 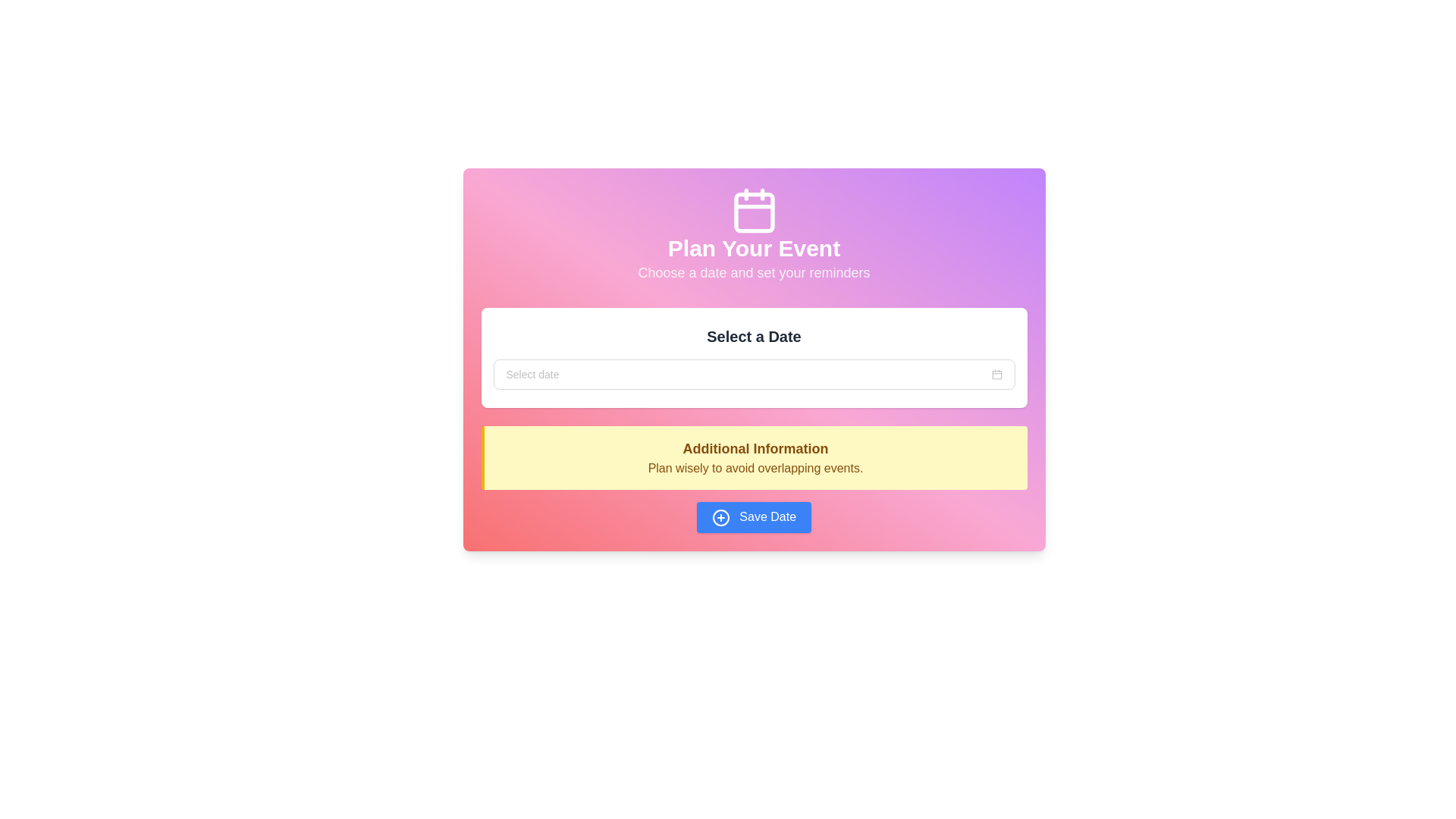 What do you see at coordinates (754, 210) in the screenshot?
I see `the calendar icon, which has a rounded outline with a purple background and white stroke, located above the 'Plan Your Event' title` at bounding box center [754, 210].